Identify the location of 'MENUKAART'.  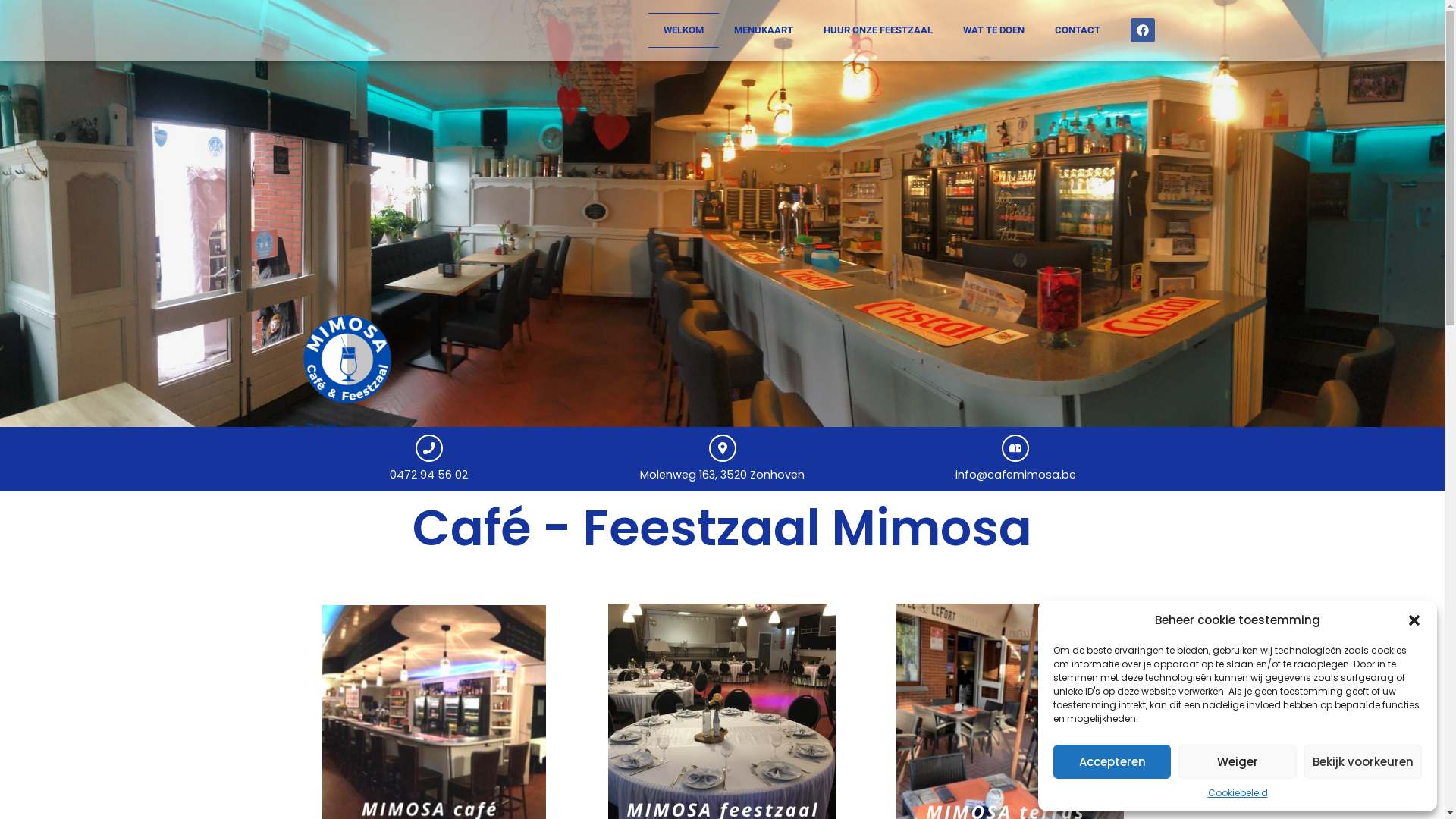
(718, 30).